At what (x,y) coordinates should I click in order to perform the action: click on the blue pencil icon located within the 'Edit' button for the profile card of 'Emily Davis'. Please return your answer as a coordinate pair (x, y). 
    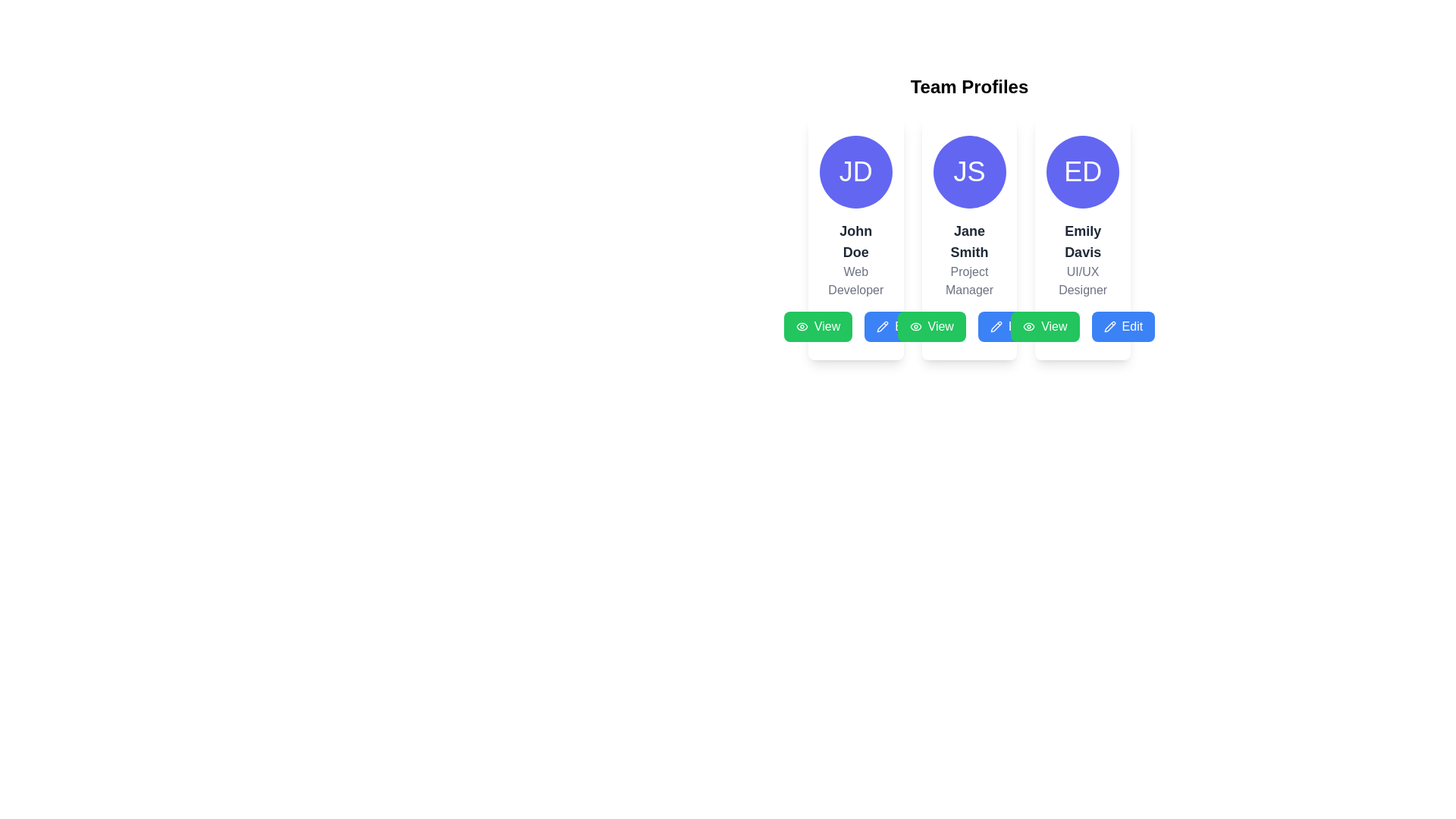
    Looking at the image, I should click on (996, 326).